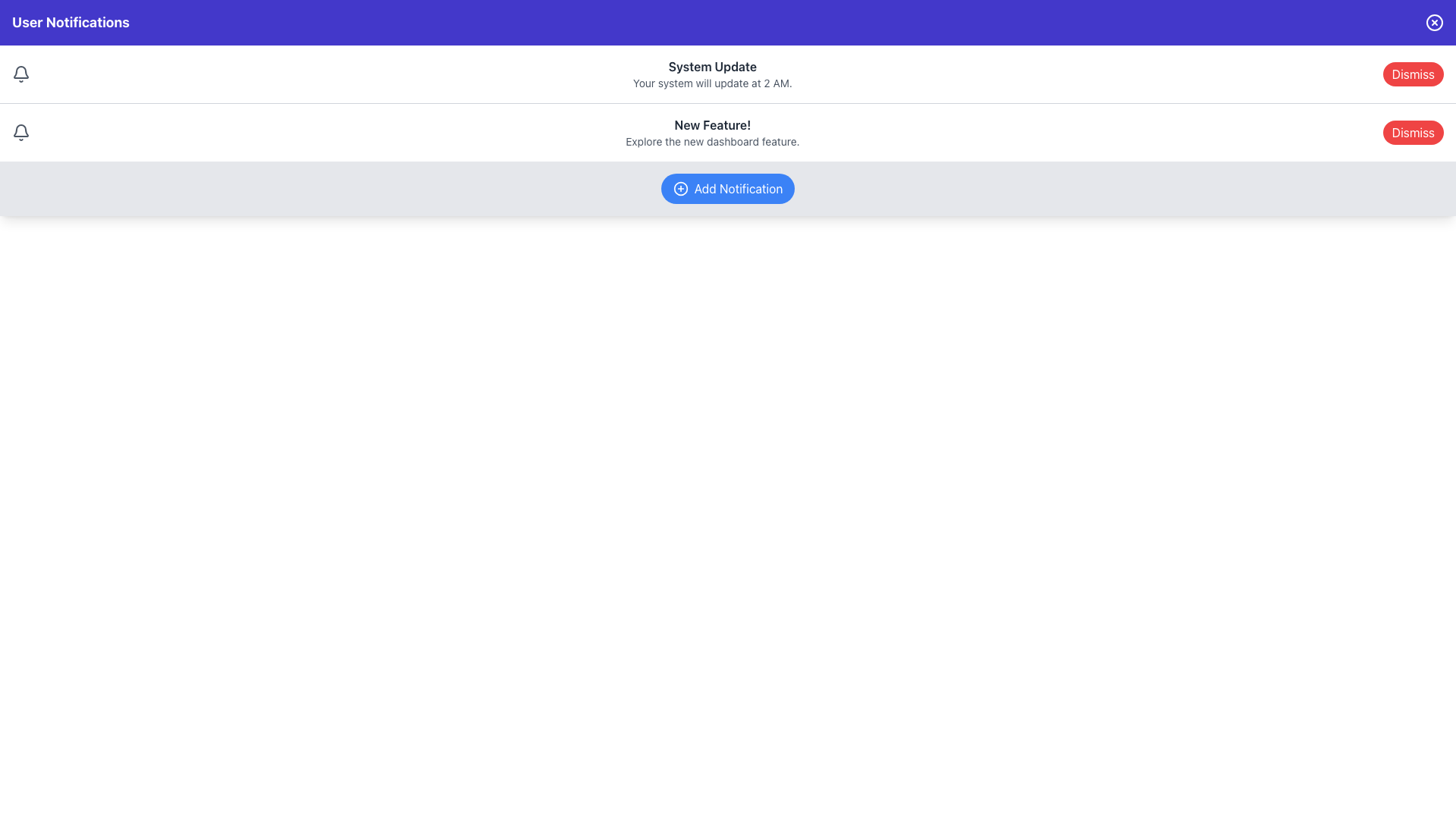 The width and height of the screenshot is (1456, 819). Describe the element at coordinates (21, 131) in the screenshot. I see `the gray bell icon located within the notification card, positioned` at that location.